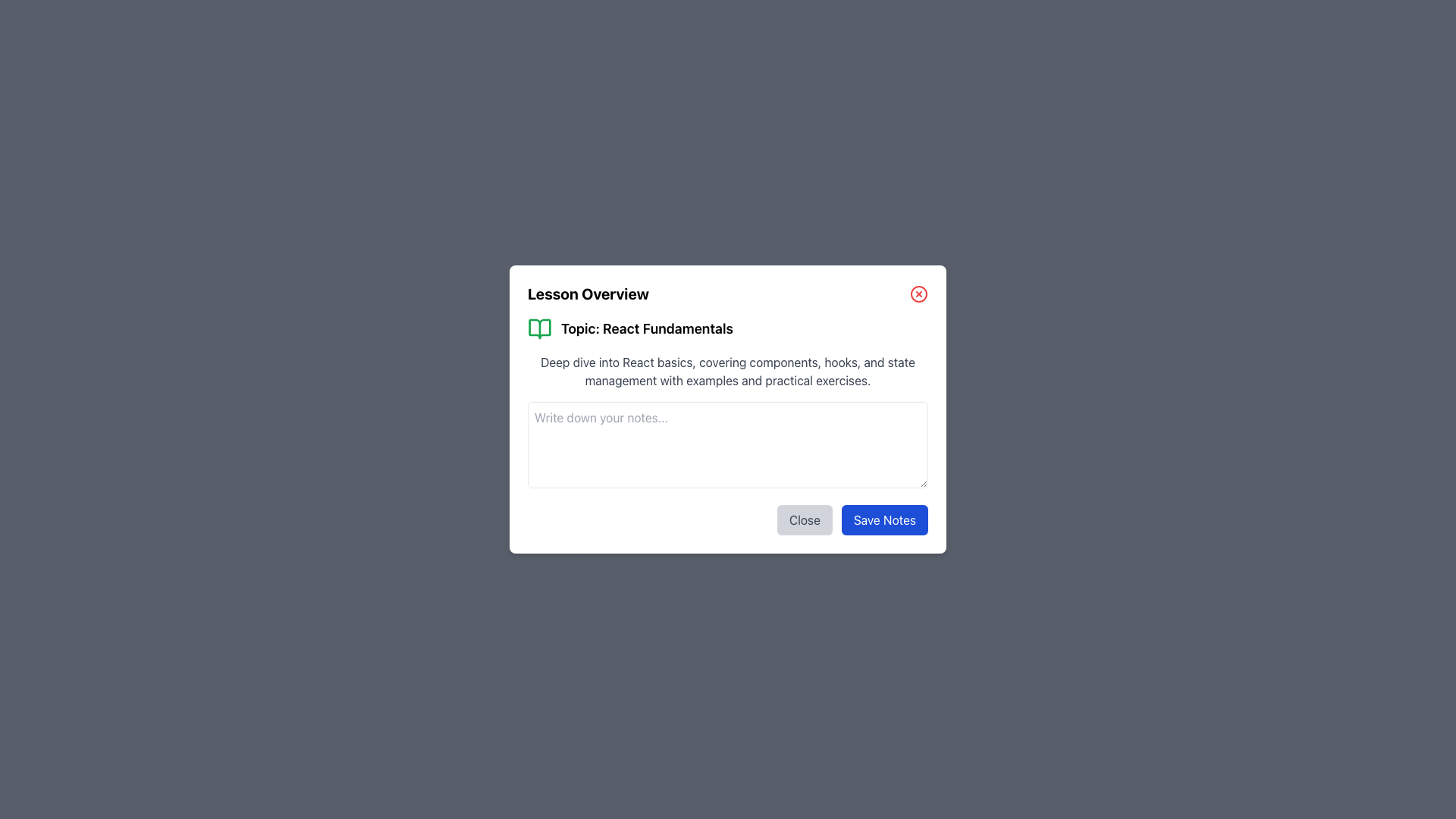 Image resolution: width=1456 pixels, height=819 pixels. What do you see at coordinates (817, 284) in the screenshot?
I see `the purpose of the modal` at bounding box center [817, 284].